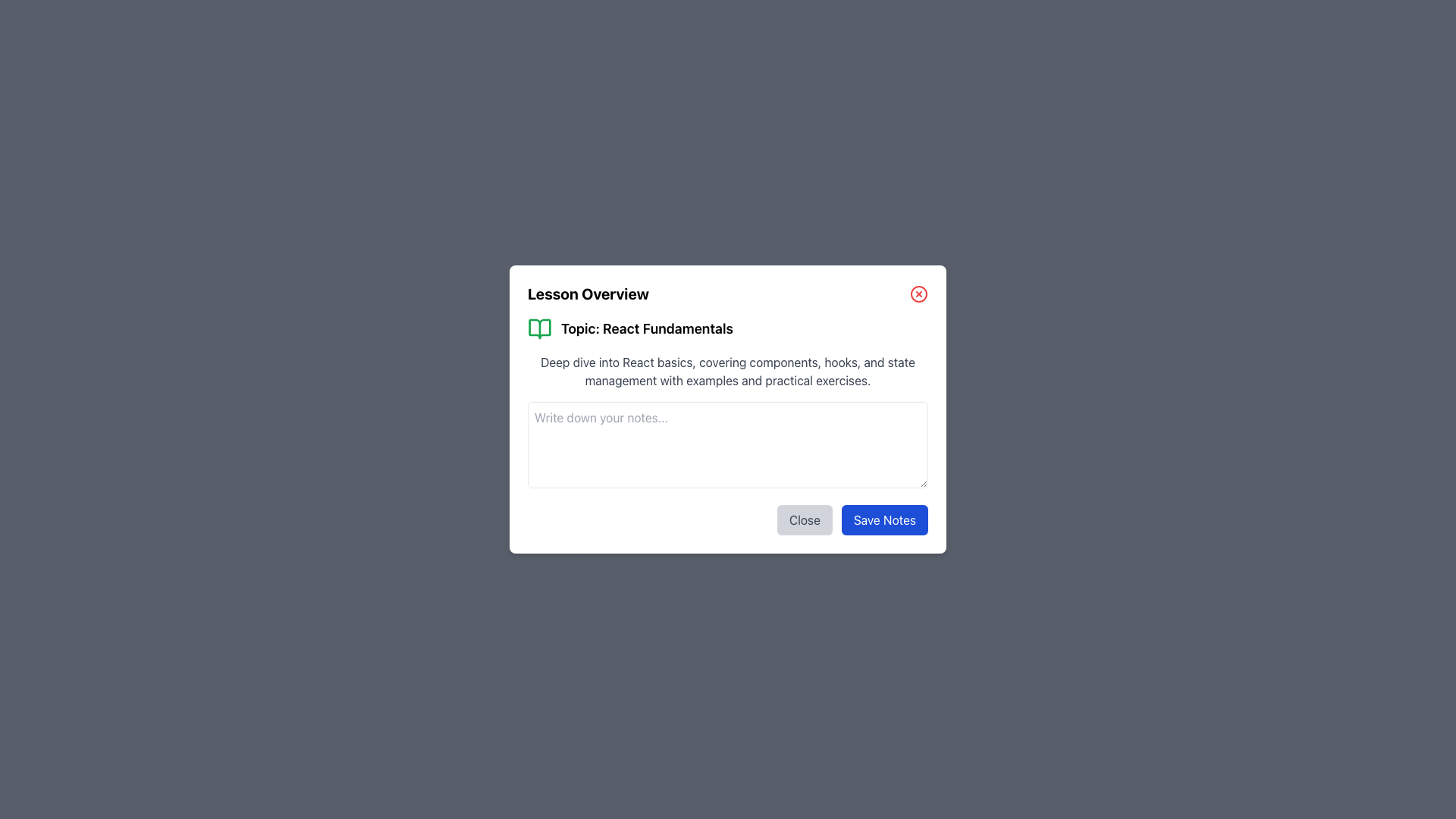 Image resolution: width=1456 pixels, height=819 pixels. What do you see at coordinates (817, 284) in the screenshot?
I see `the purpose of the modal` at bounding box center [817, 284].